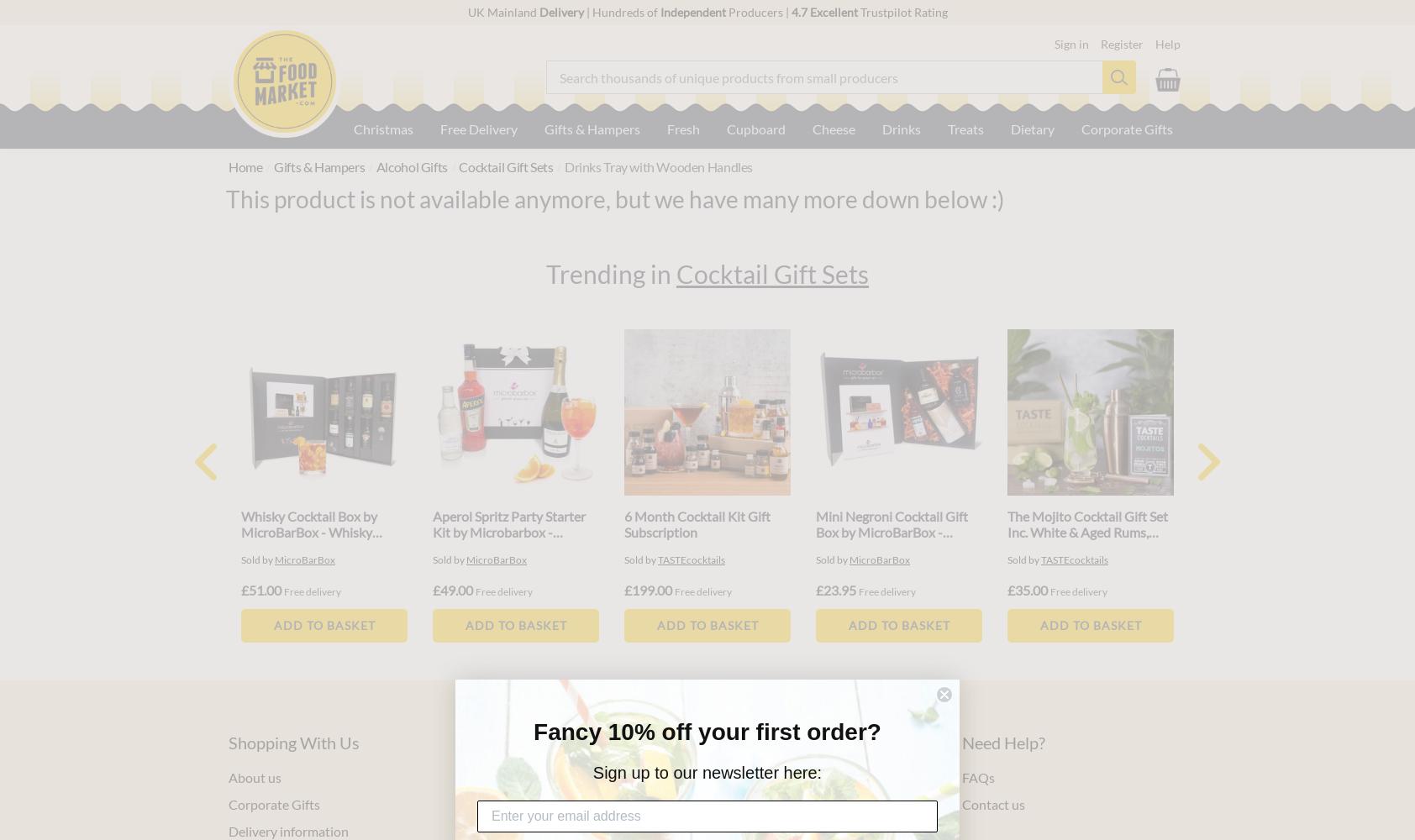 The height and width of the screenshot is (840, 1415). What do you see at coordinates (621, 12) in the screenshot?
I see `'| Hundreds of'` at bounding box center [621, 12].